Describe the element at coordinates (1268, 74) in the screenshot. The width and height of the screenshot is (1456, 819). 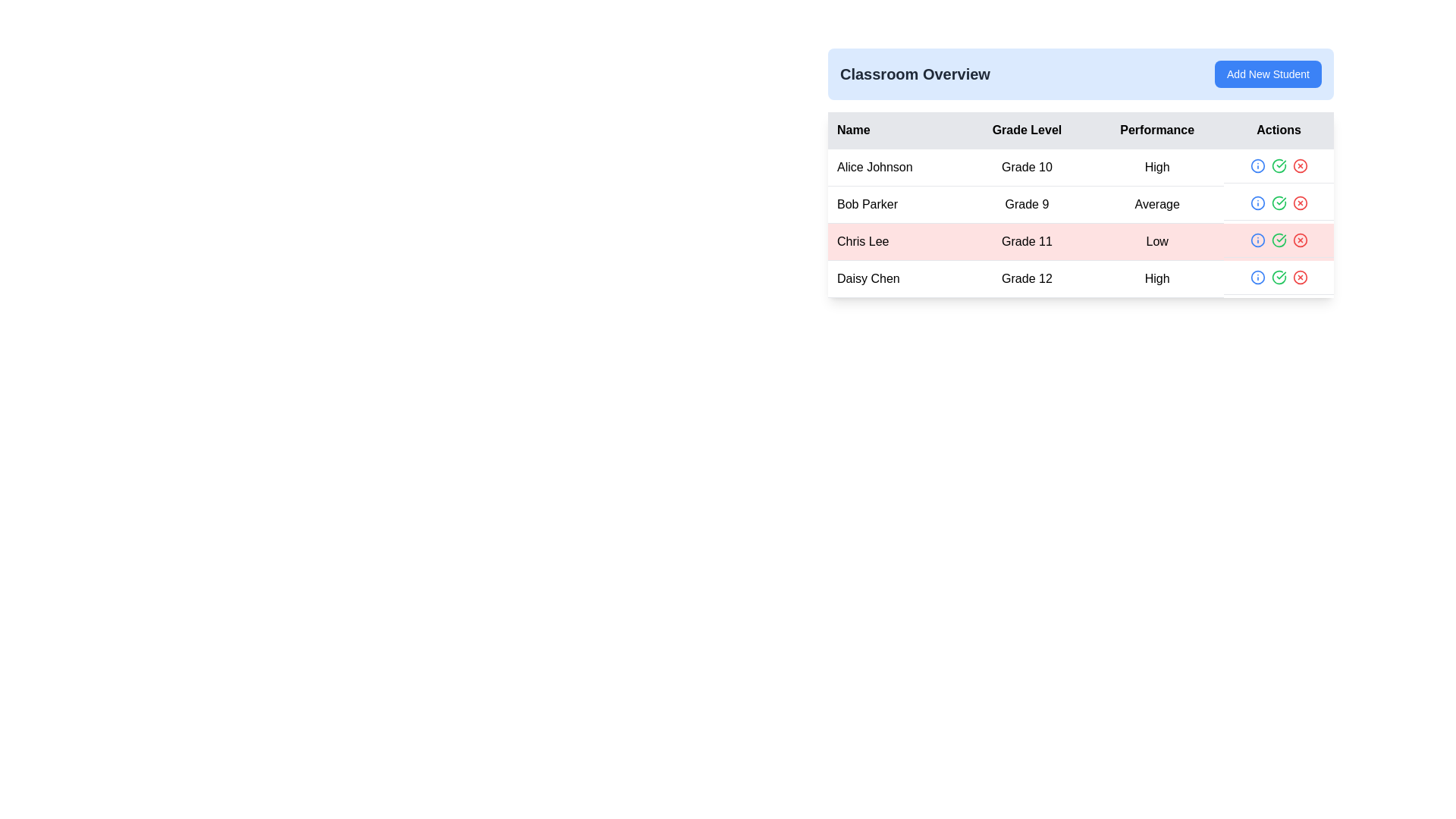
I see `the 'Add New Student' button with a blue background to change its background color` at that location.